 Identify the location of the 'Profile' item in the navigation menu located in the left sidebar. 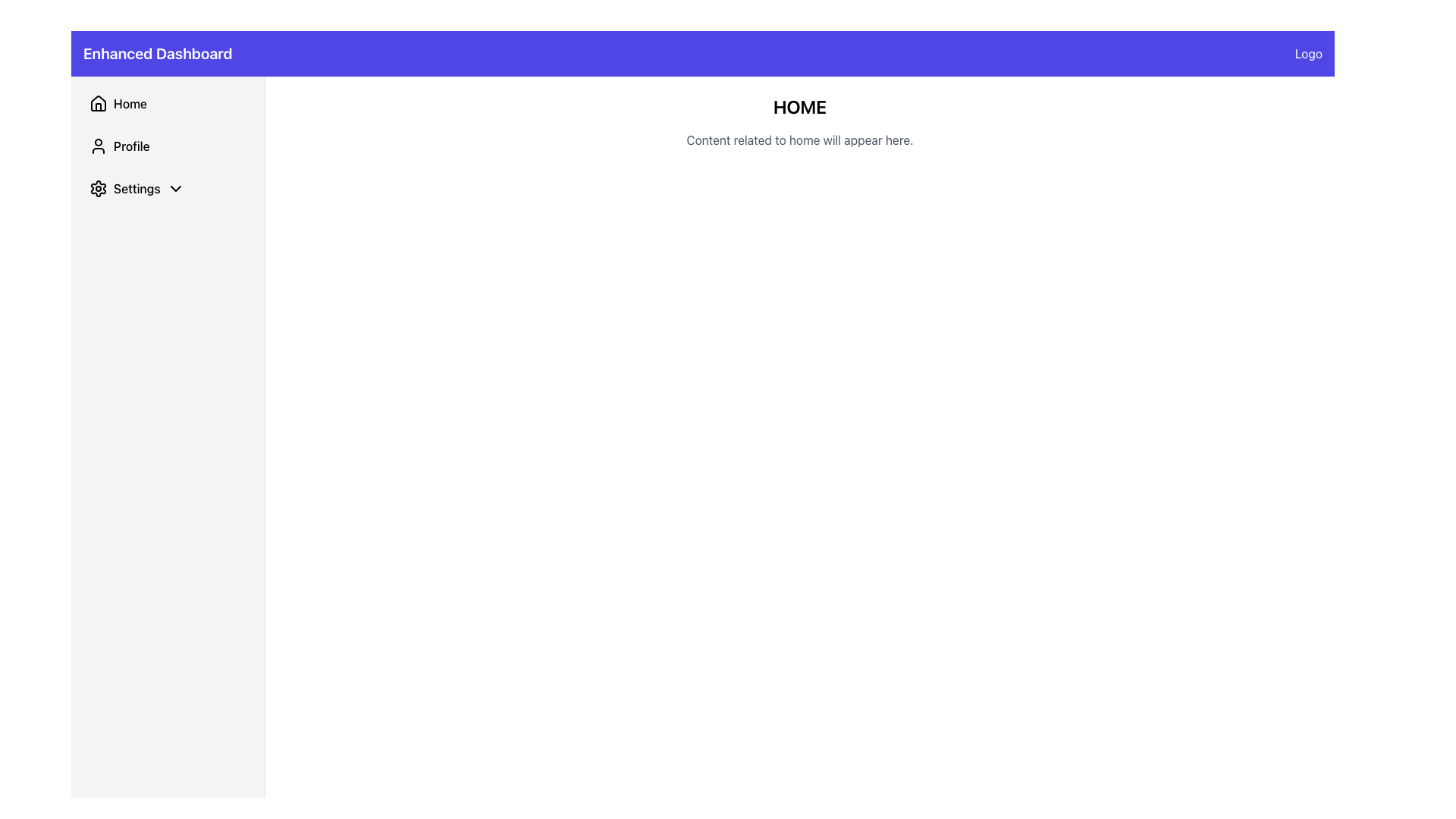
(168, 146).